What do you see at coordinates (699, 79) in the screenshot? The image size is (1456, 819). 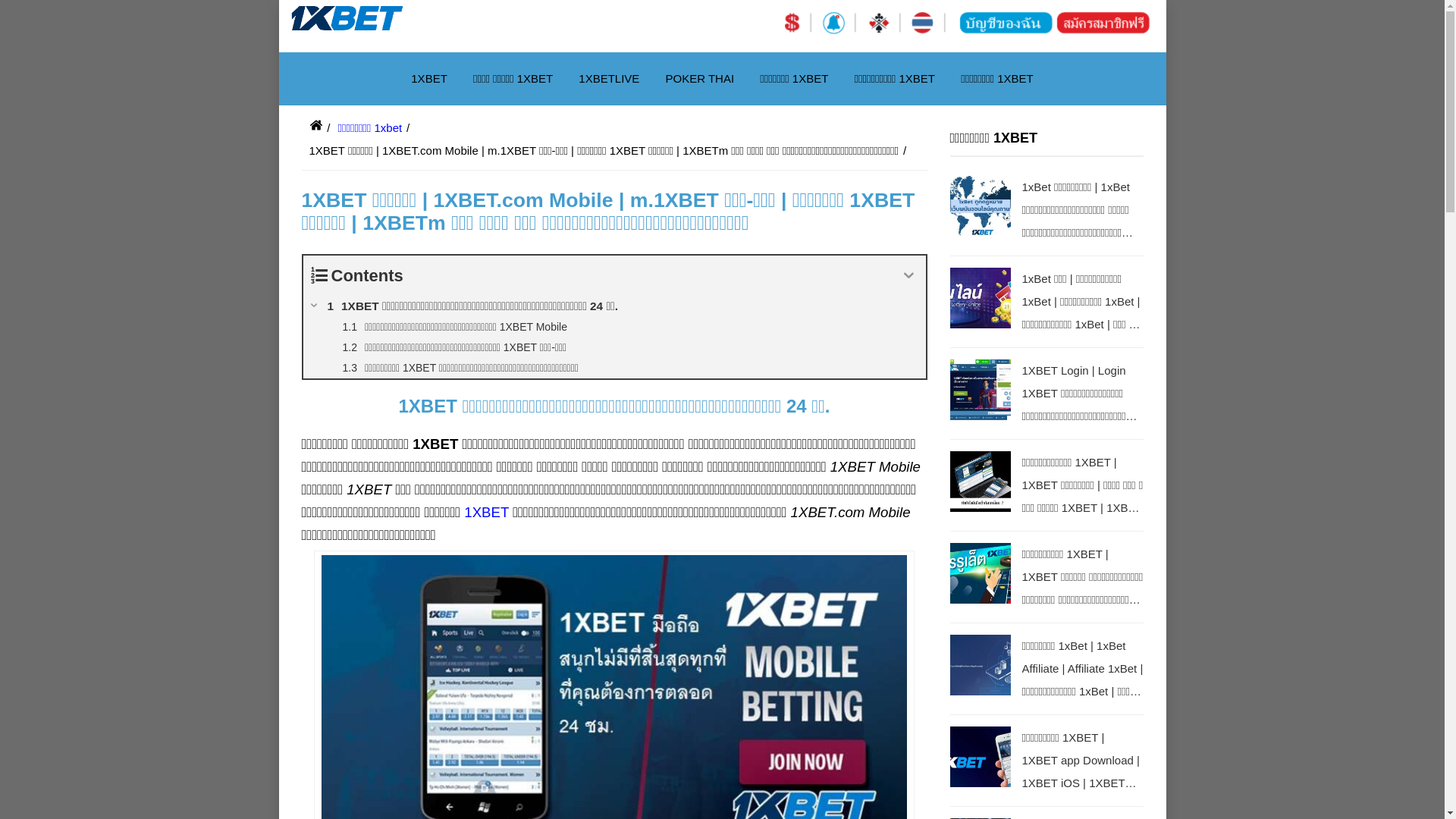 I see `'POKER THAI'` at bounding box center [699, 79].